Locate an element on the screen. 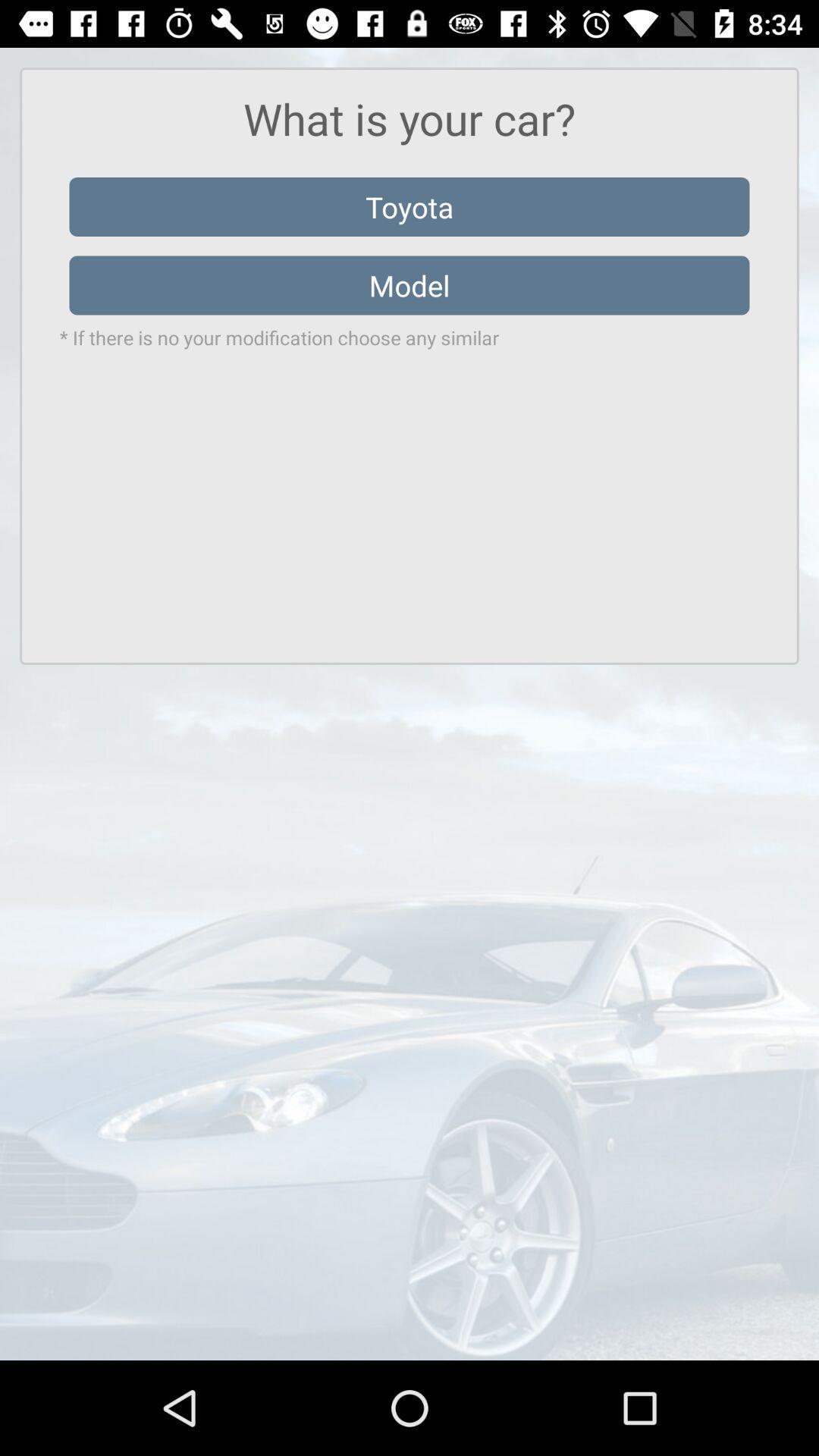 The height and width of the screenshot is (1456, 819). the item above the model is located at coordinates (409, 206).